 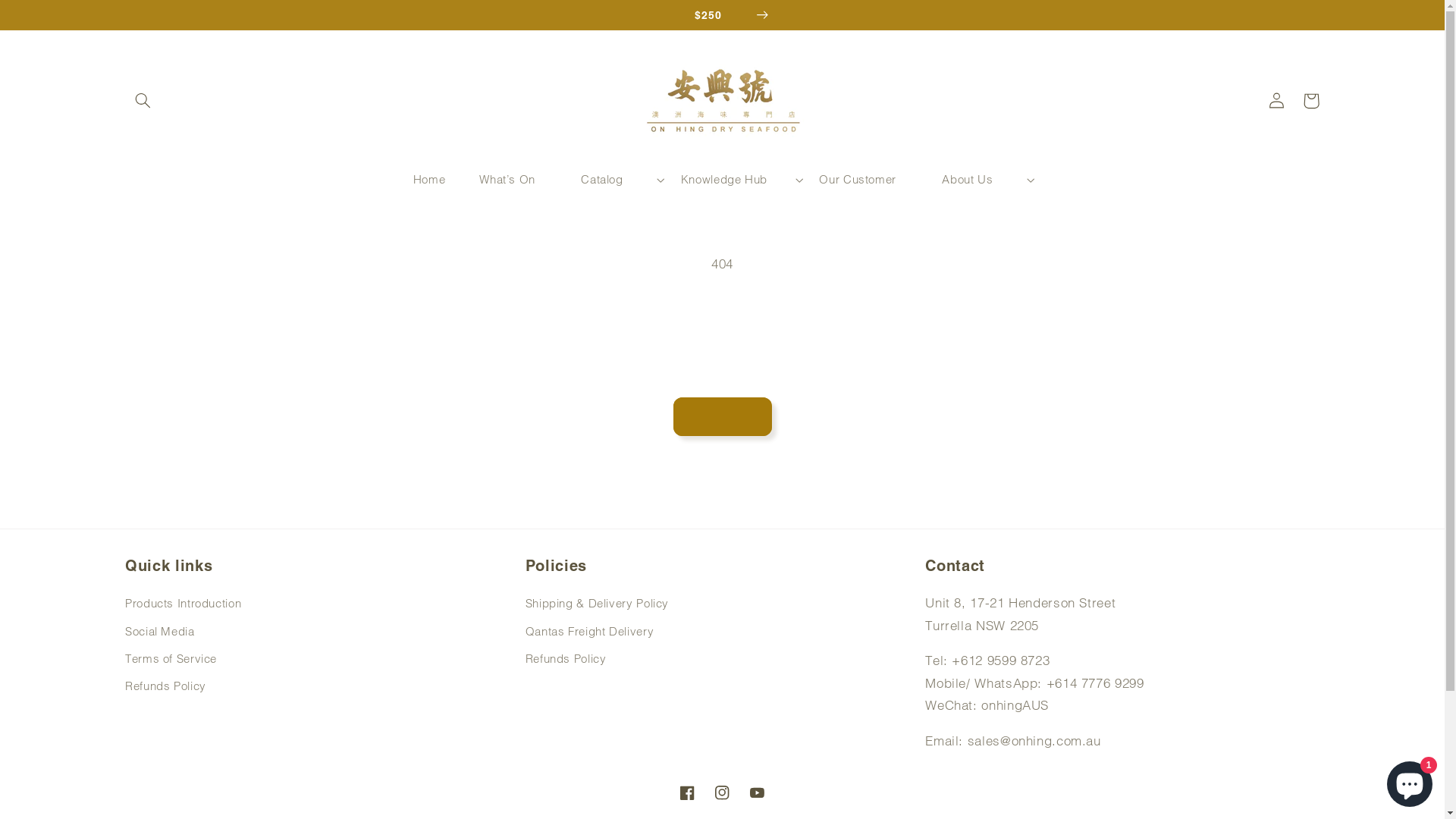 What do you see at coordinates (686, 792) in the screenshot?
I see `'Facebook'` at bounding box center [686, 792].